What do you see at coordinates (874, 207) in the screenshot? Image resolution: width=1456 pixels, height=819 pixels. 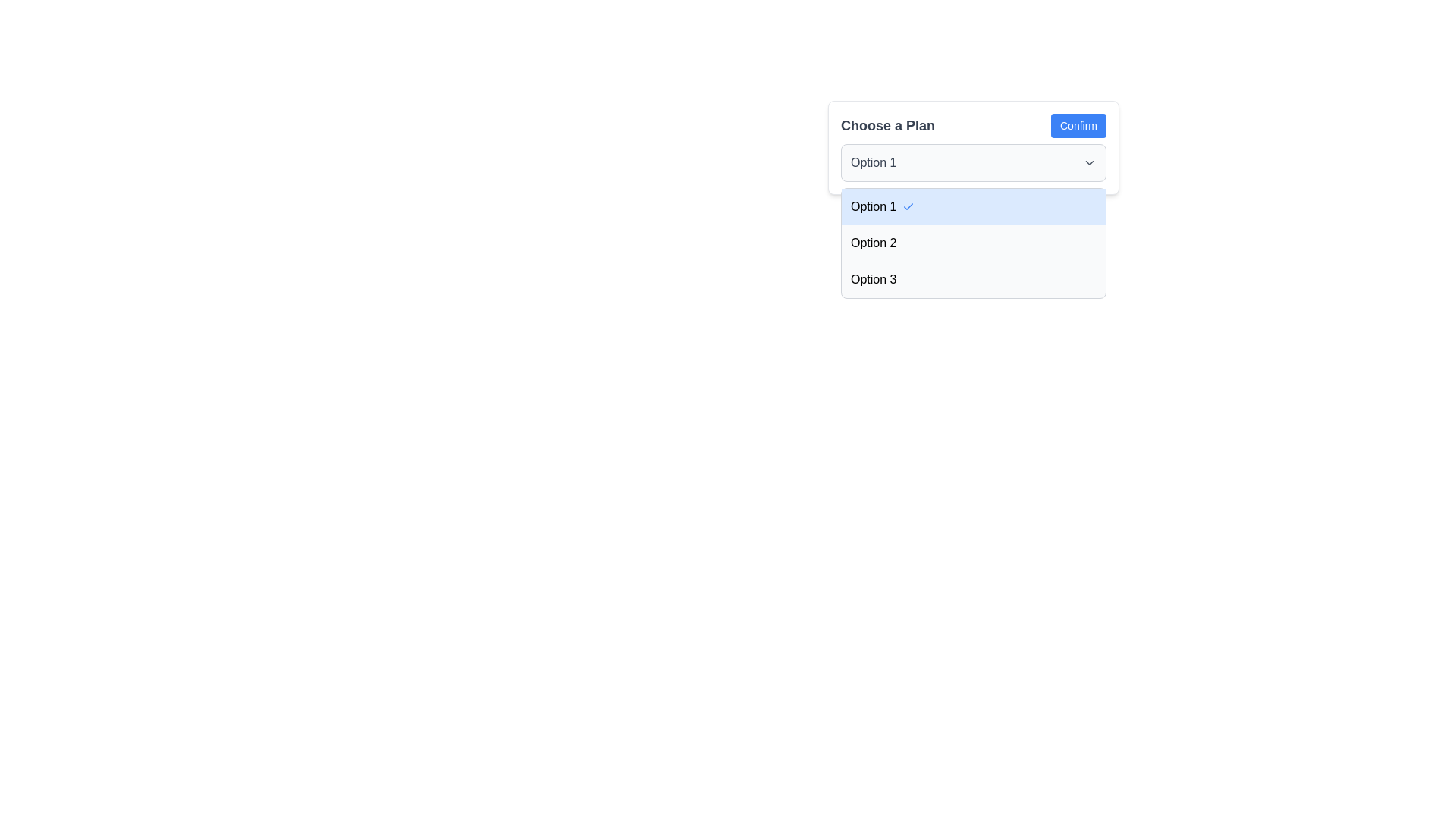 I see `the first option in the 'Choose a Plan' dropdown menu` at bounding box center [874, 207].